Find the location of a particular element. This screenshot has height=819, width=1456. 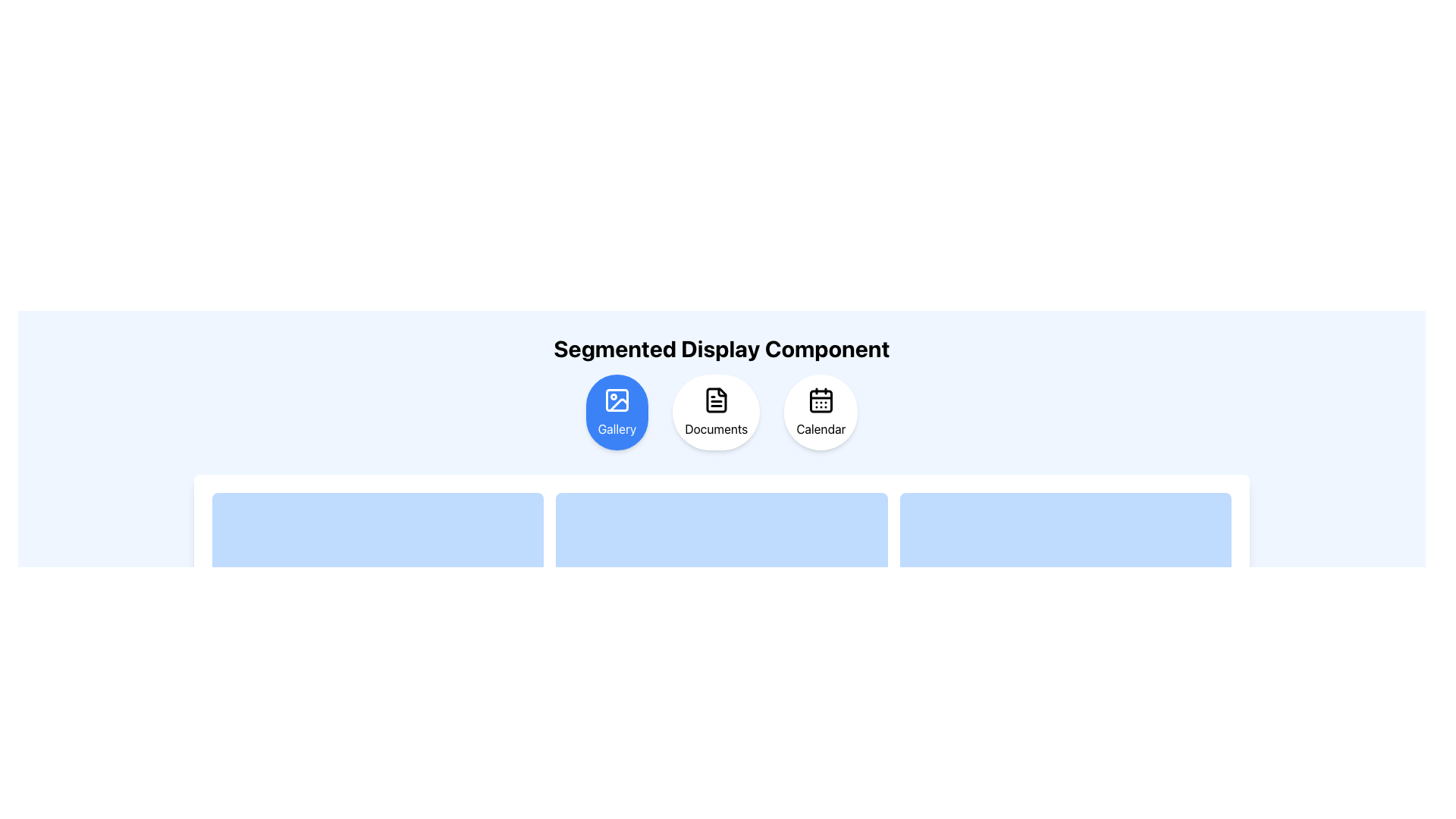

the circular interactive button labeled 'Documents' is located at coordinates (715, 412).